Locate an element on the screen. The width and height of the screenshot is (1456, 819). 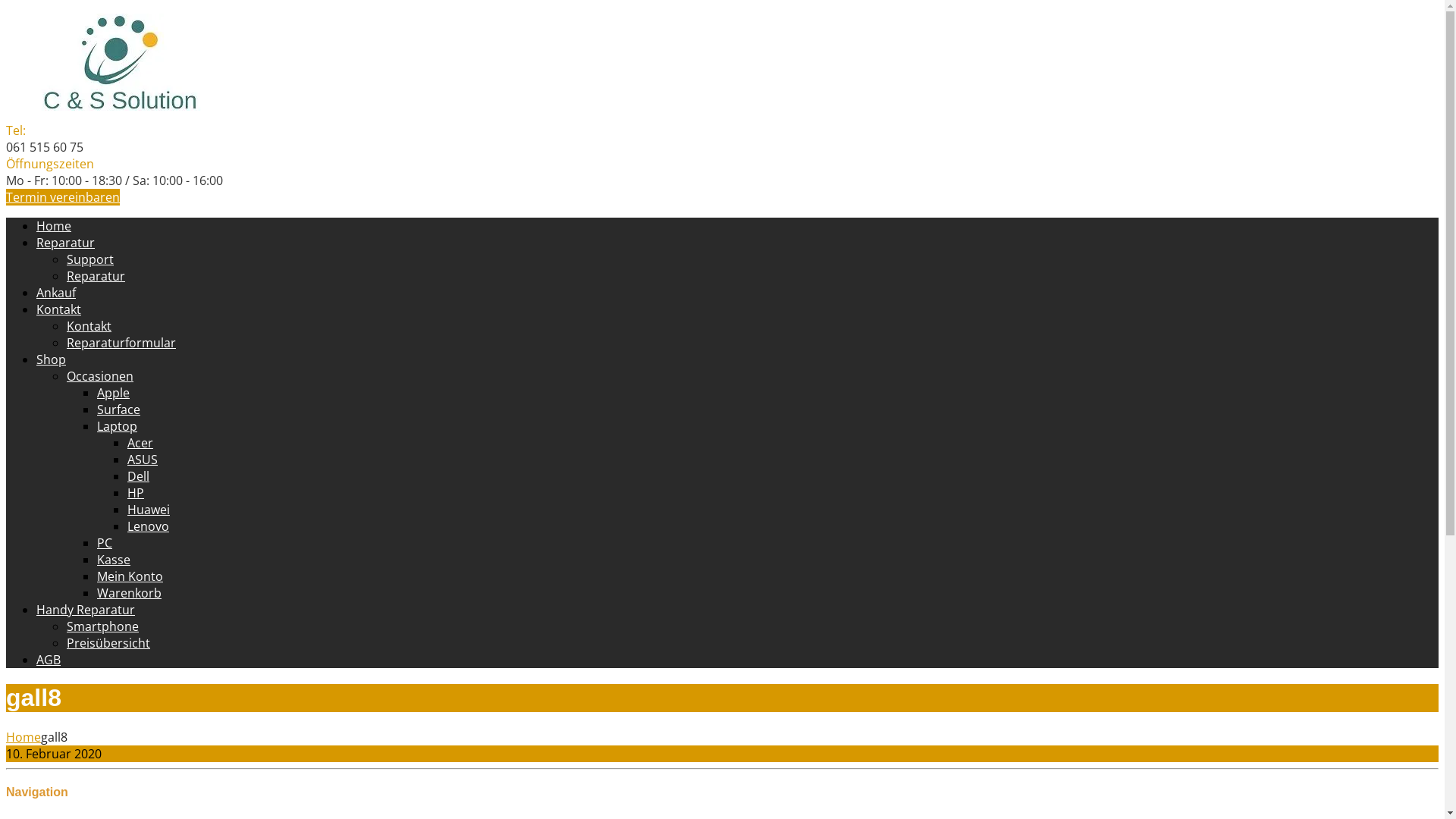
'ASUS' is located at coordinates (127, 458).